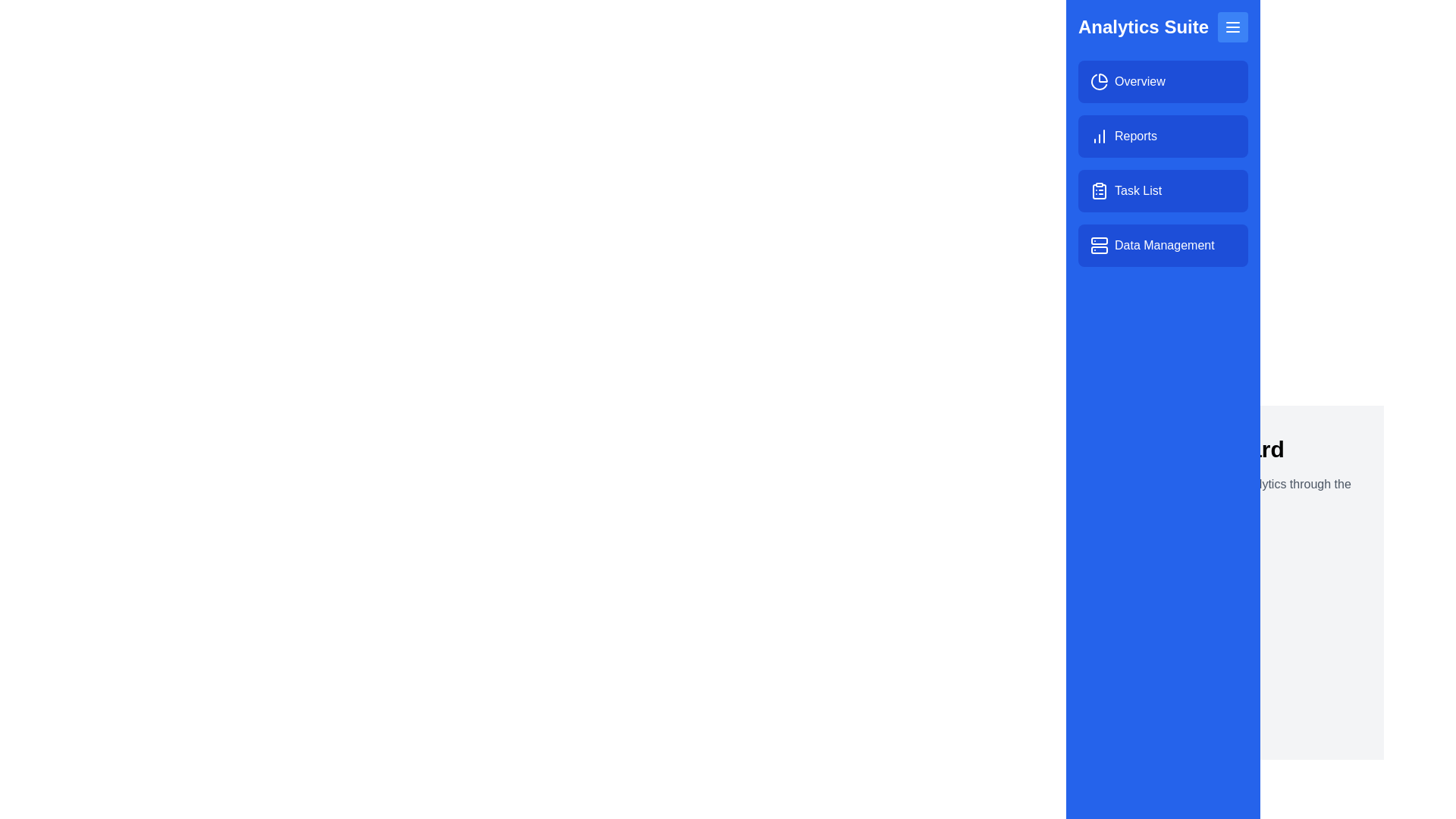 This screenshot has width=1456, height=819. Describe the element at coordinates (1163, 136) in the screenshot. I see `the menu item labeled Reports to navigate to its respective section` at that location.